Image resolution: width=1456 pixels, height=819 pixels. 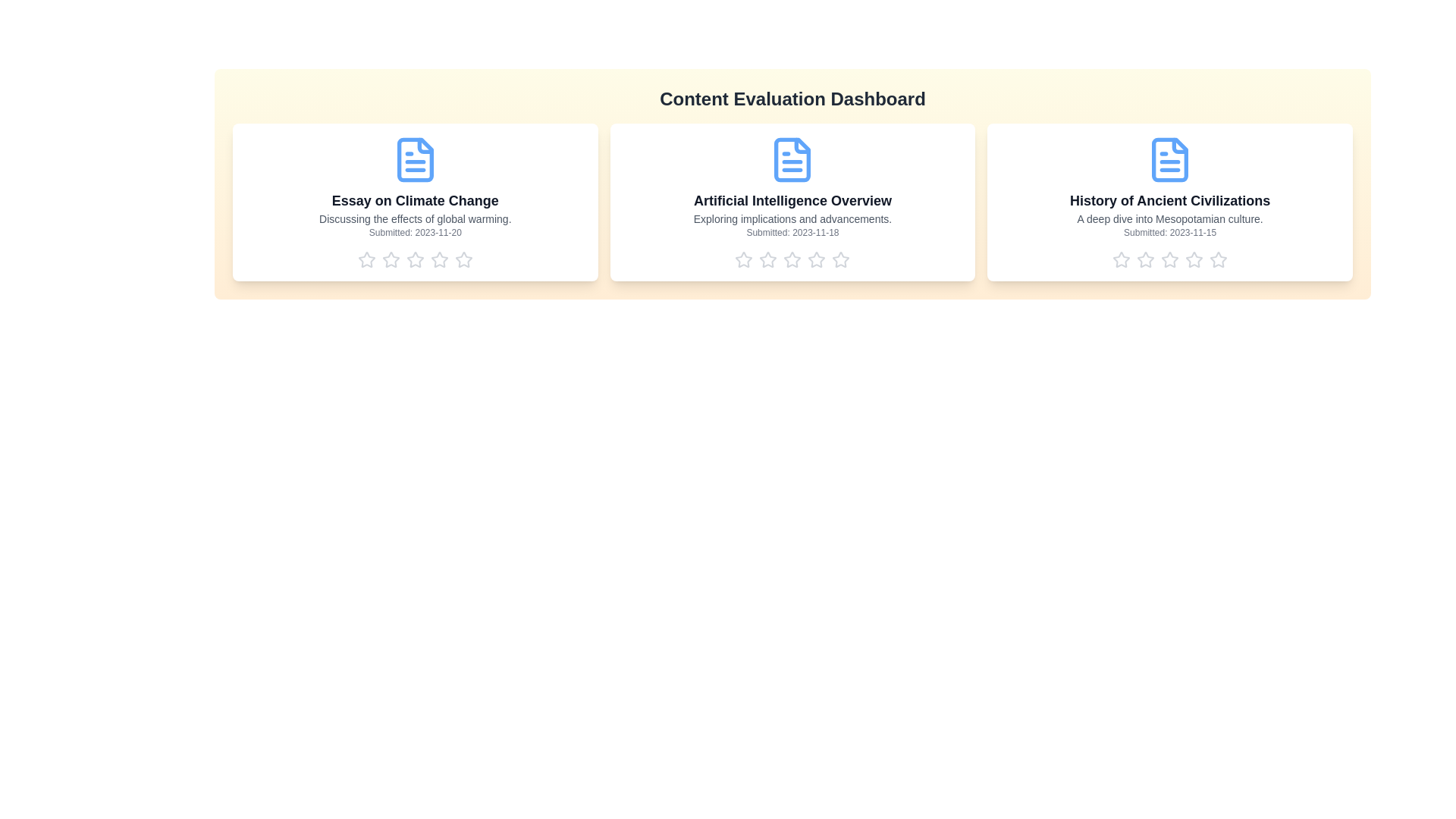 What do you see at coordinates (415, 201) in the screenshot?
I see `the card titled 'Essay on Climate Change' to explore its details` at bounding box center [415, 201].